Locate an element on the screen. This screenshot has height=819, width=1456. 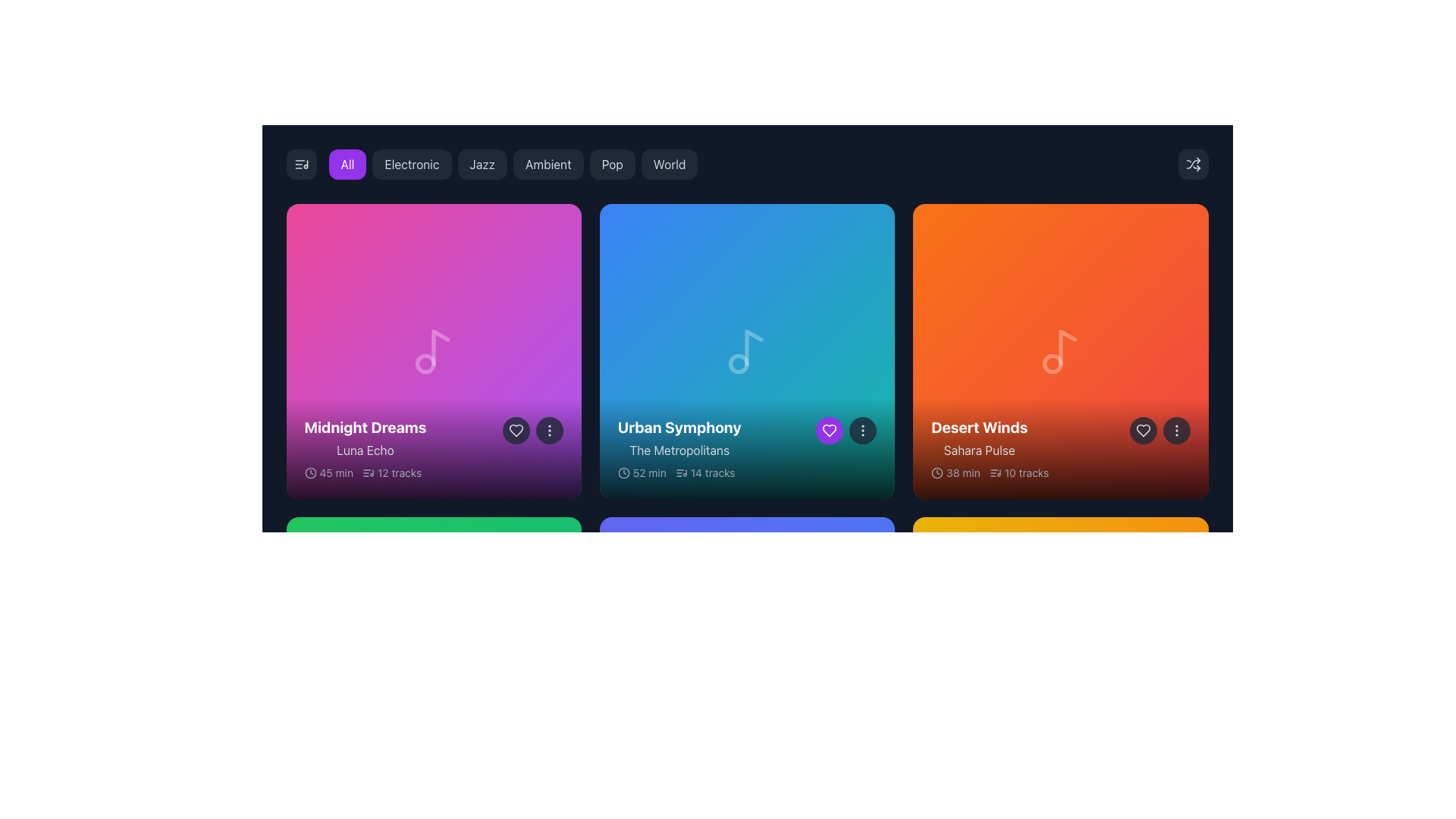
the vertical three-dot icon located in the bottom-right corner of the 'Desert Winds' card is located at coordinates (1175, 431).